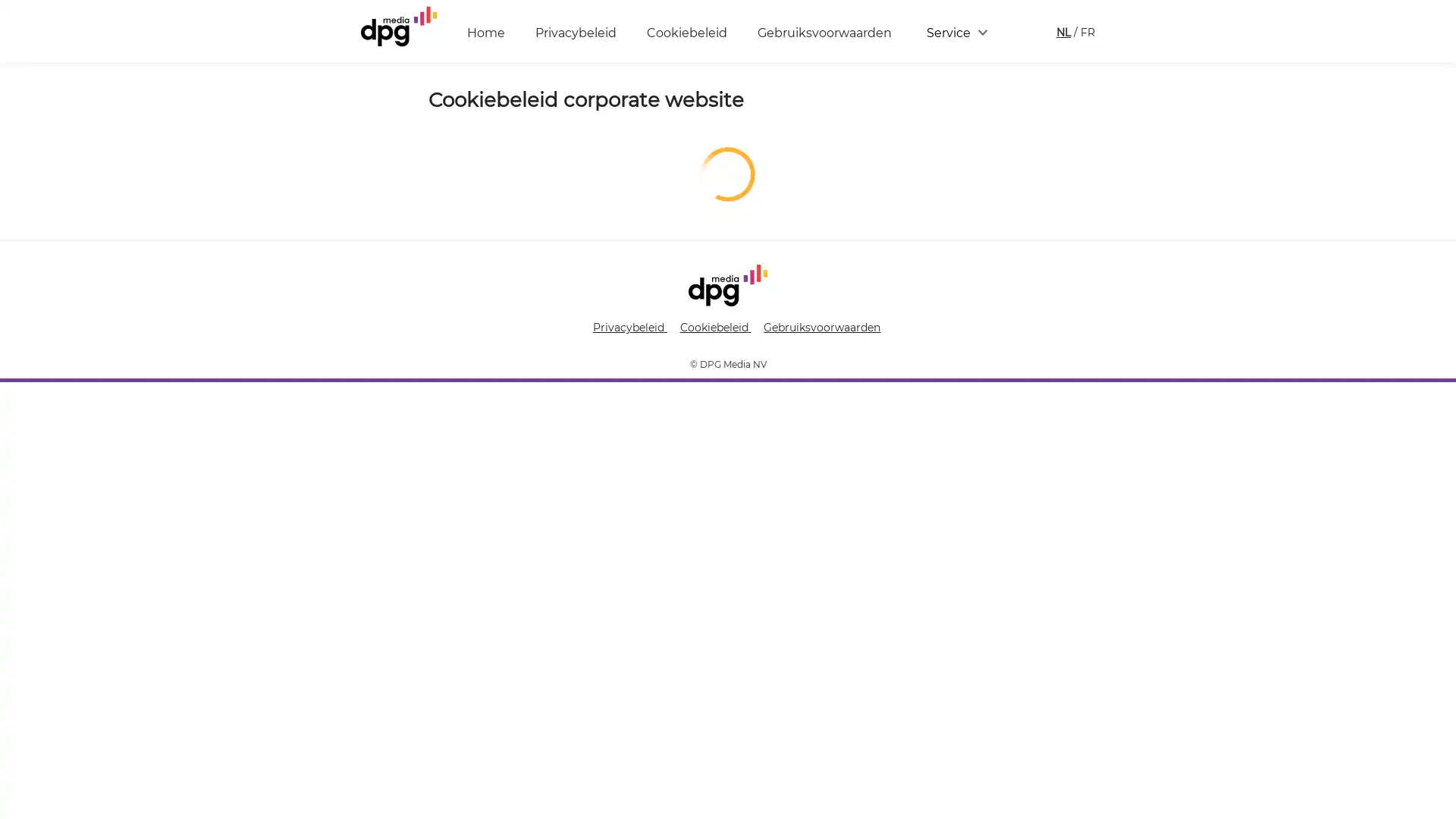 This screenshot has width=1456, height=819. Describe the element at coordinates (1436, 595) in the screenshot. I see `close icon` at that location.